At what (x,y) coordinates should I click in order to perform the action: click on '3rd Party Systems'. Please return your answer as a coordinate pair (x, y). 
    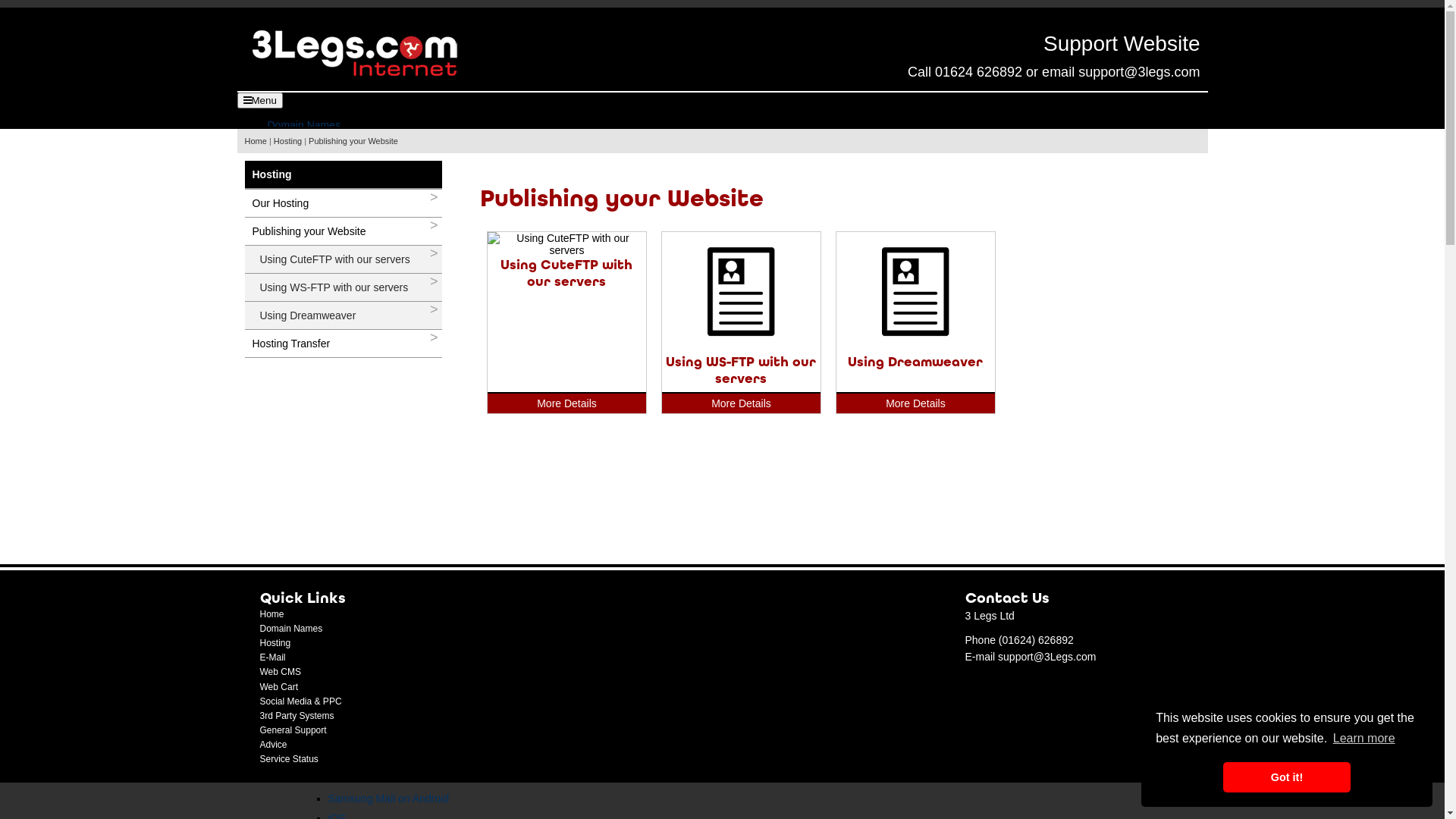
    Looking at the image, I should click on (296, 716).